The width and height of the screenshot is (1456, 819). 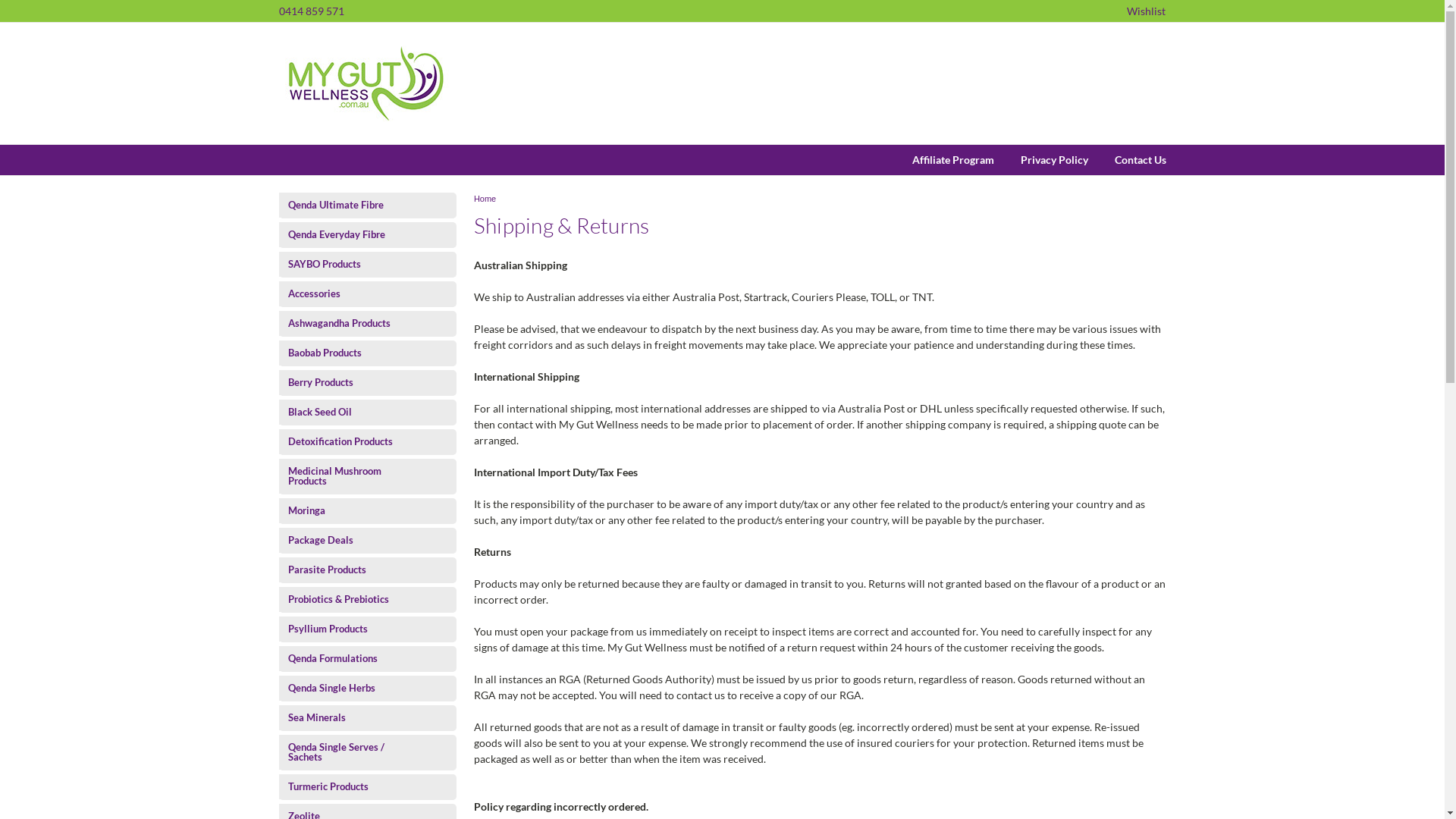 What do you see at coordinates (353, 475) in the screenshot?
I see `'Medicinal Mushroom Products'` at bounding box center [353, 475].